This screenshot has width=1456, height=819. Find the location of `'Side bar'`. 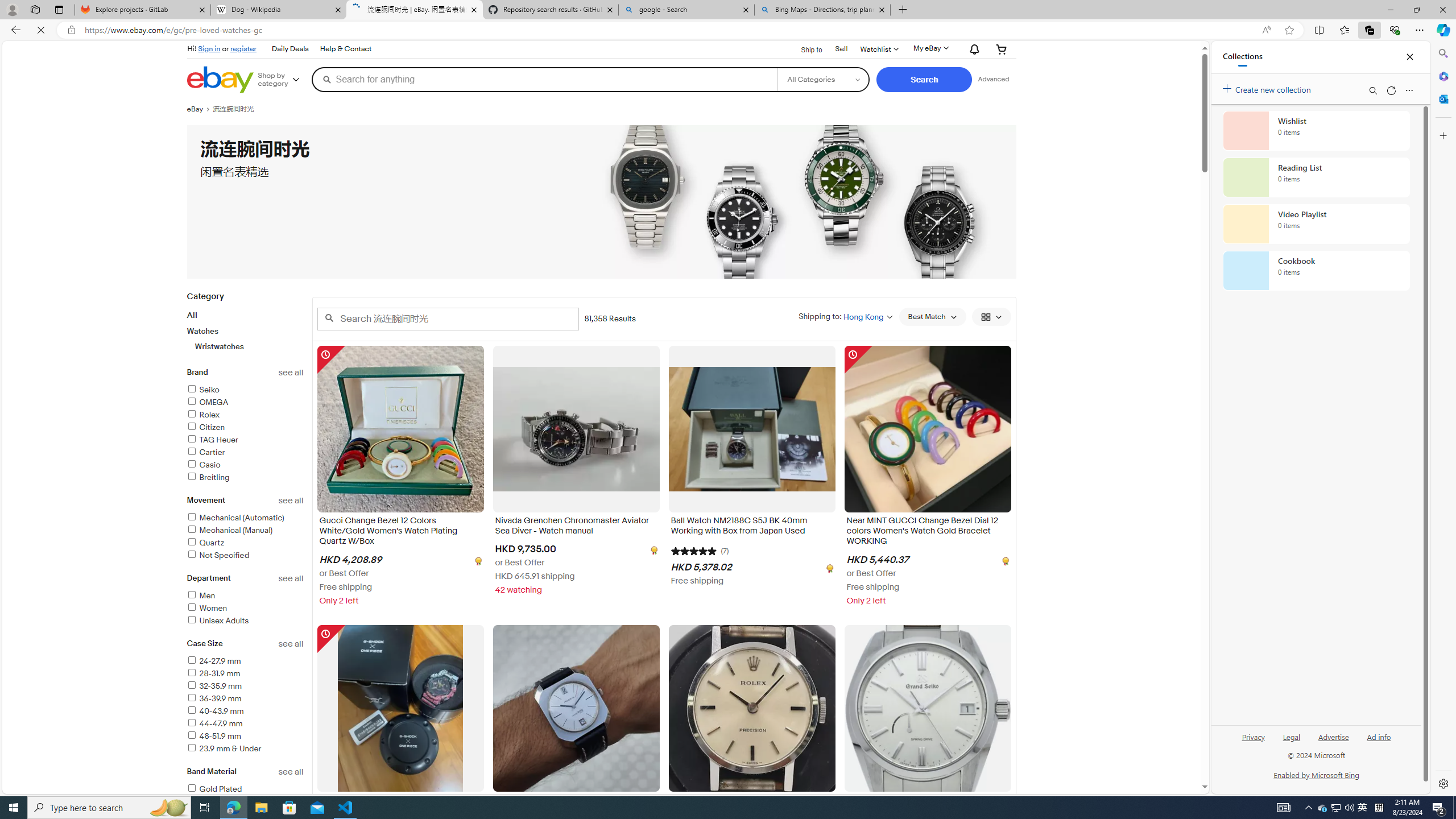

'Side bar' is located at coordinates (1443, 418).